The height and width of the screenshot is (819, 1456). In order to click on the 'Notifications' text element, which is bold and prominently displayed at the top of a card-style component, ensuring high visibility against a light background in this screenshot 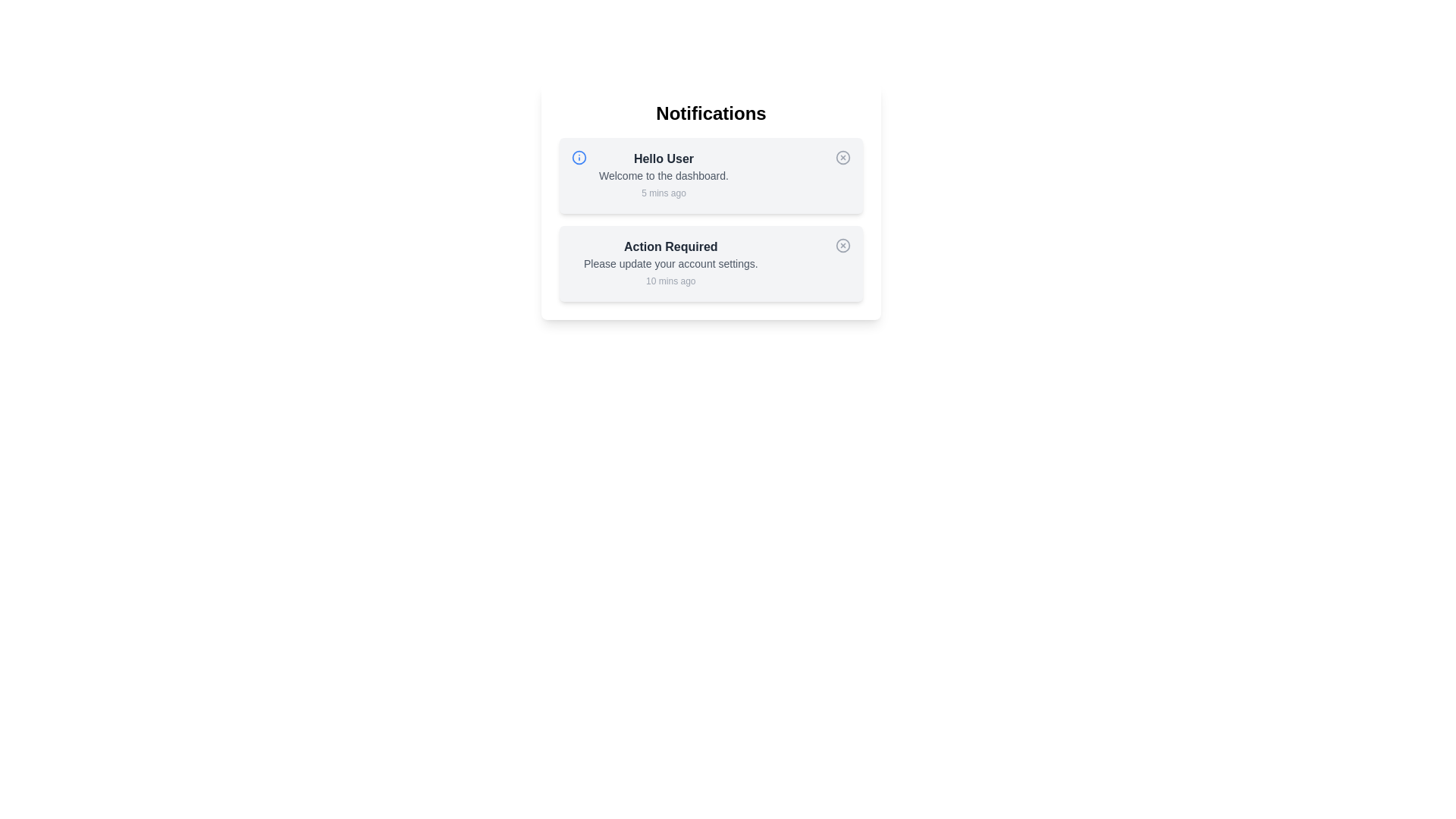, I will do `click(710, 113)`.